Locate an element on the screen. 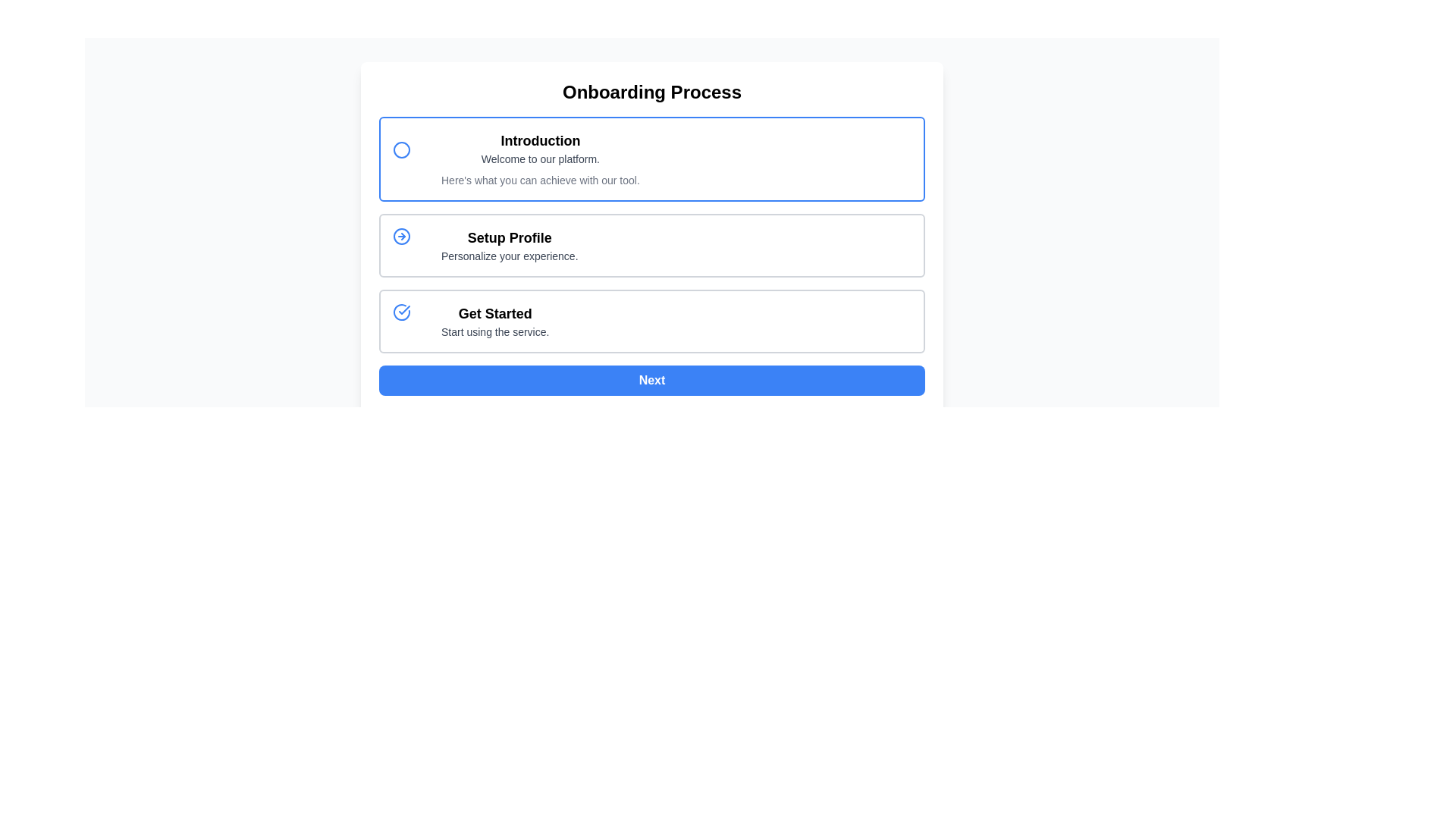 This screenshot has width=1456, height=819. the Static Text element that reads "Here's what you can achieve with our tool." which is positioned below the introductory text "Welcome to our platform." in the boxed section labeled "Introduction." is located at coordinates (540, 180).